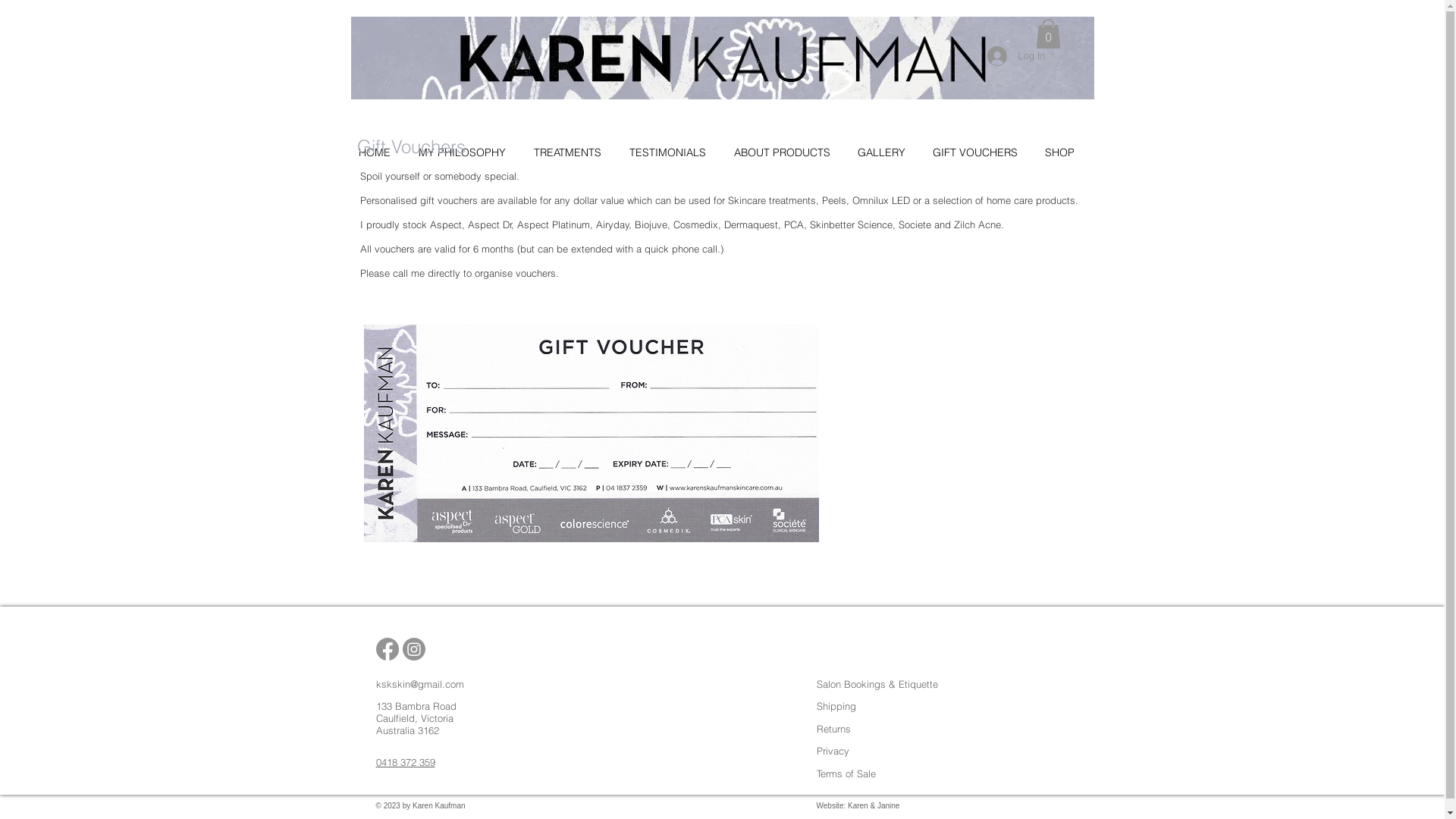 Image resolution: width=1456 pixels, height=819 pixels. I want to click on 'Salon Bookings & Etiquette', so click(877, 684).